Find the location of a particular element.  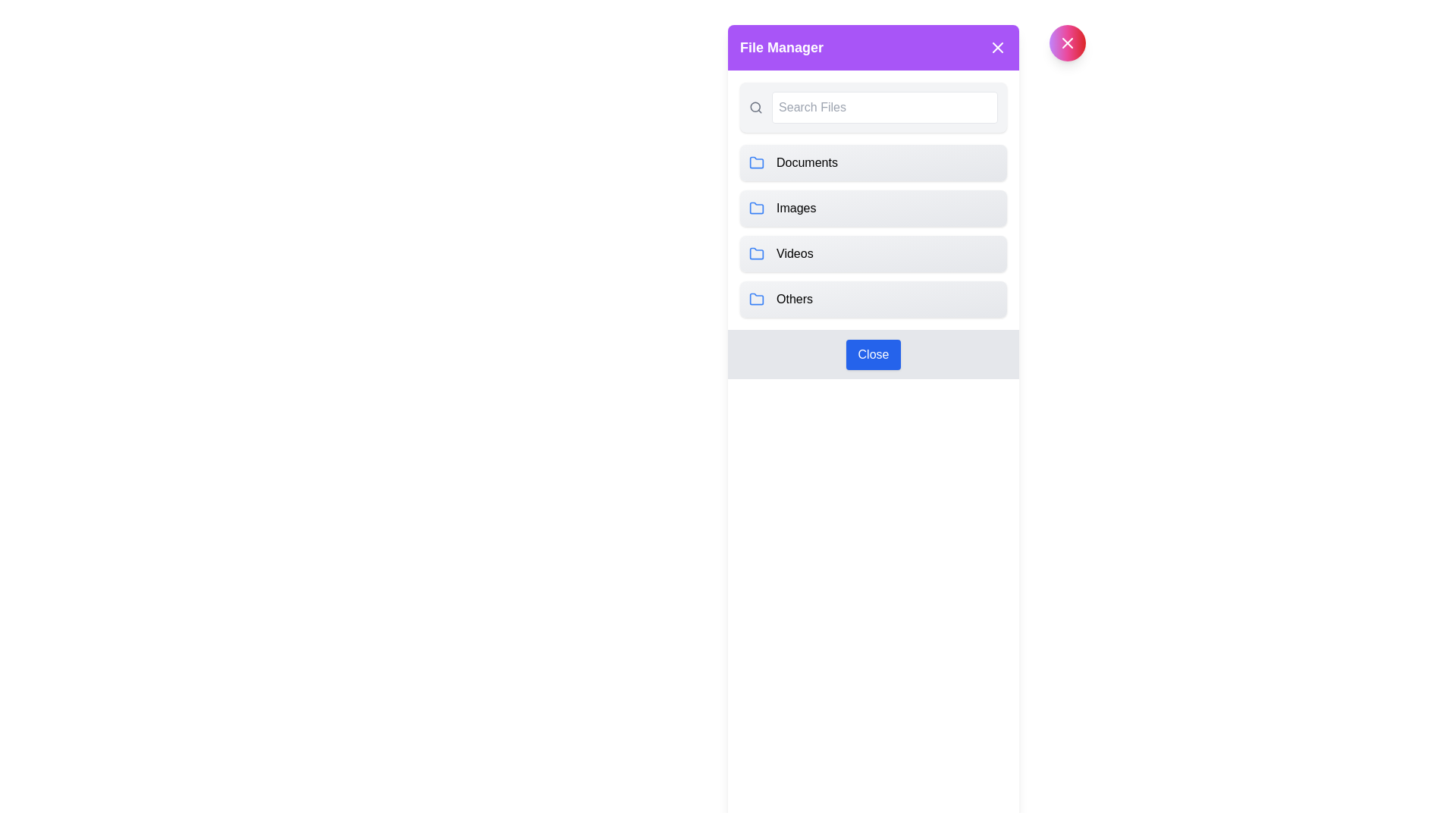

the 'X' icon within the circular close button located at the top-right corner of the File Manager interface to trigger visual feedback is located at coordinates (1066, 42).